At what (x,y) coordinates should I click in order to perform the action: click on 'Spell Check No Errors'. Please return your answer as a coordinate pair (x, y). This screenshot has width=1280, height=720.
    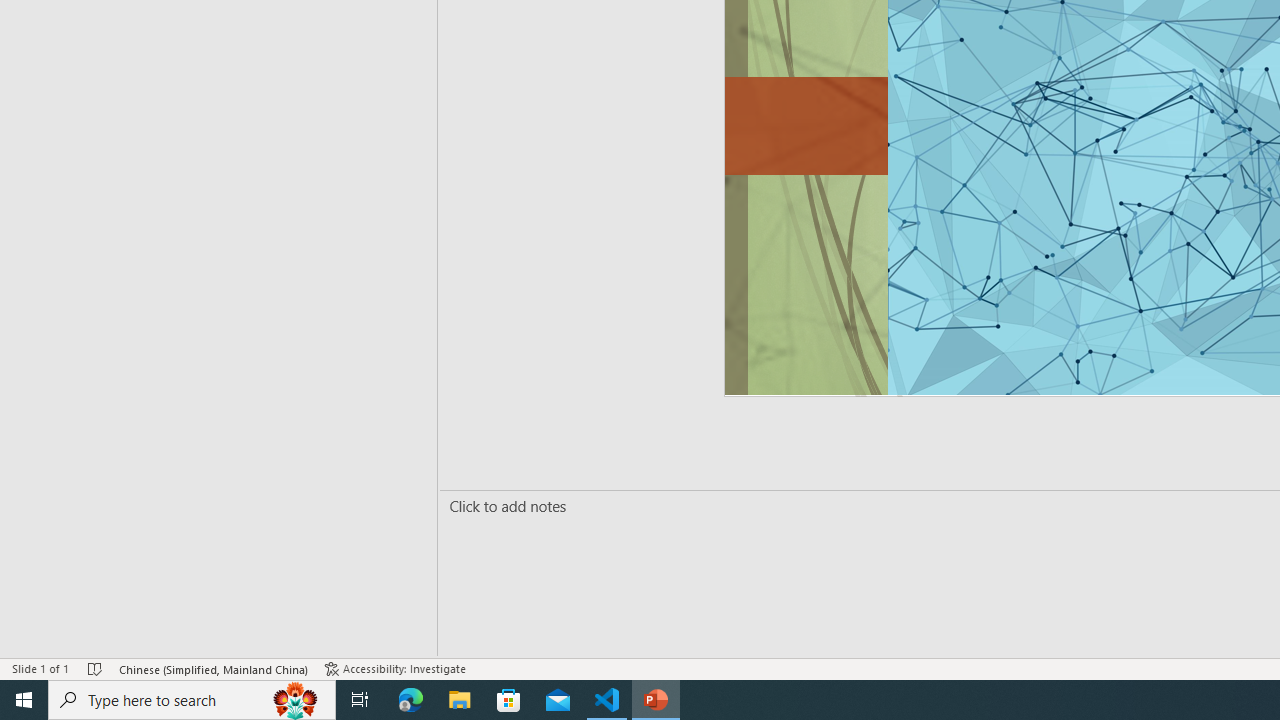
    Looking at the image, I should click on (95, 669).